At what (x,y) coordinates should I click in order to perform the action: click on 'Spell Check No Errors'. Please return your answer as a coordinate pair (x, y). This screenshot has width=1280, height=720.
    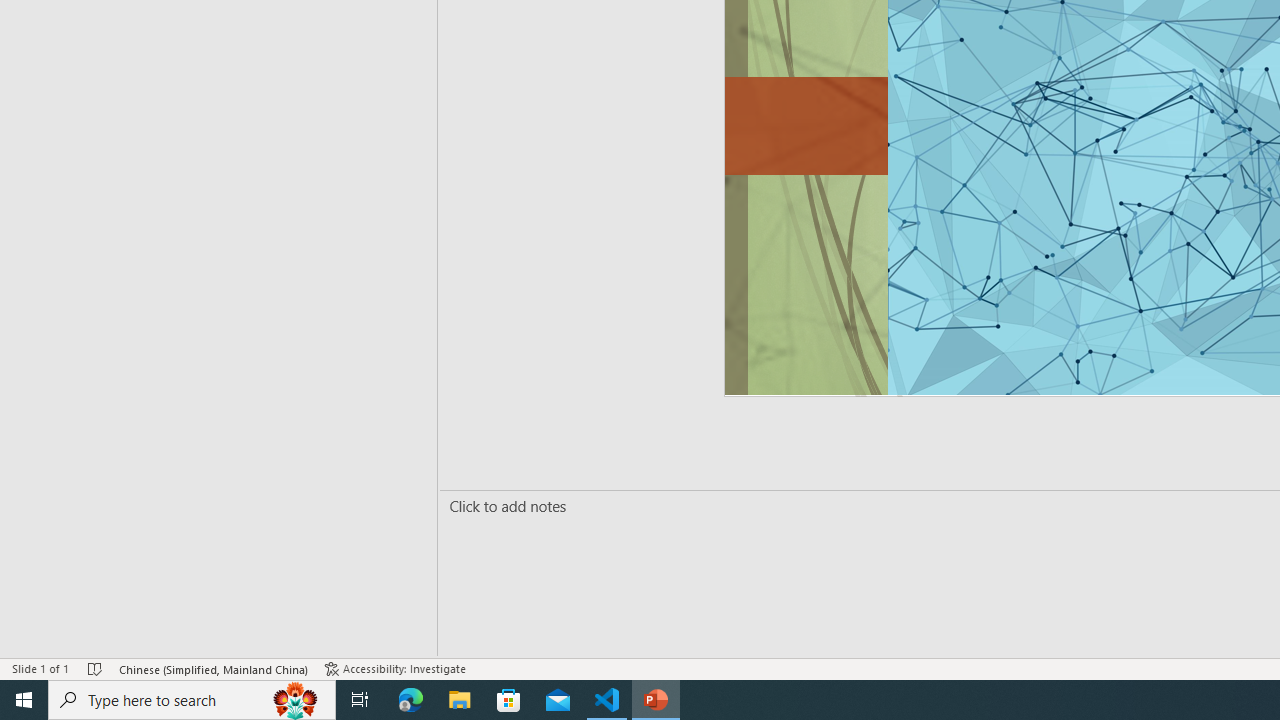
    Looking at the image, I should click on (95, 669).